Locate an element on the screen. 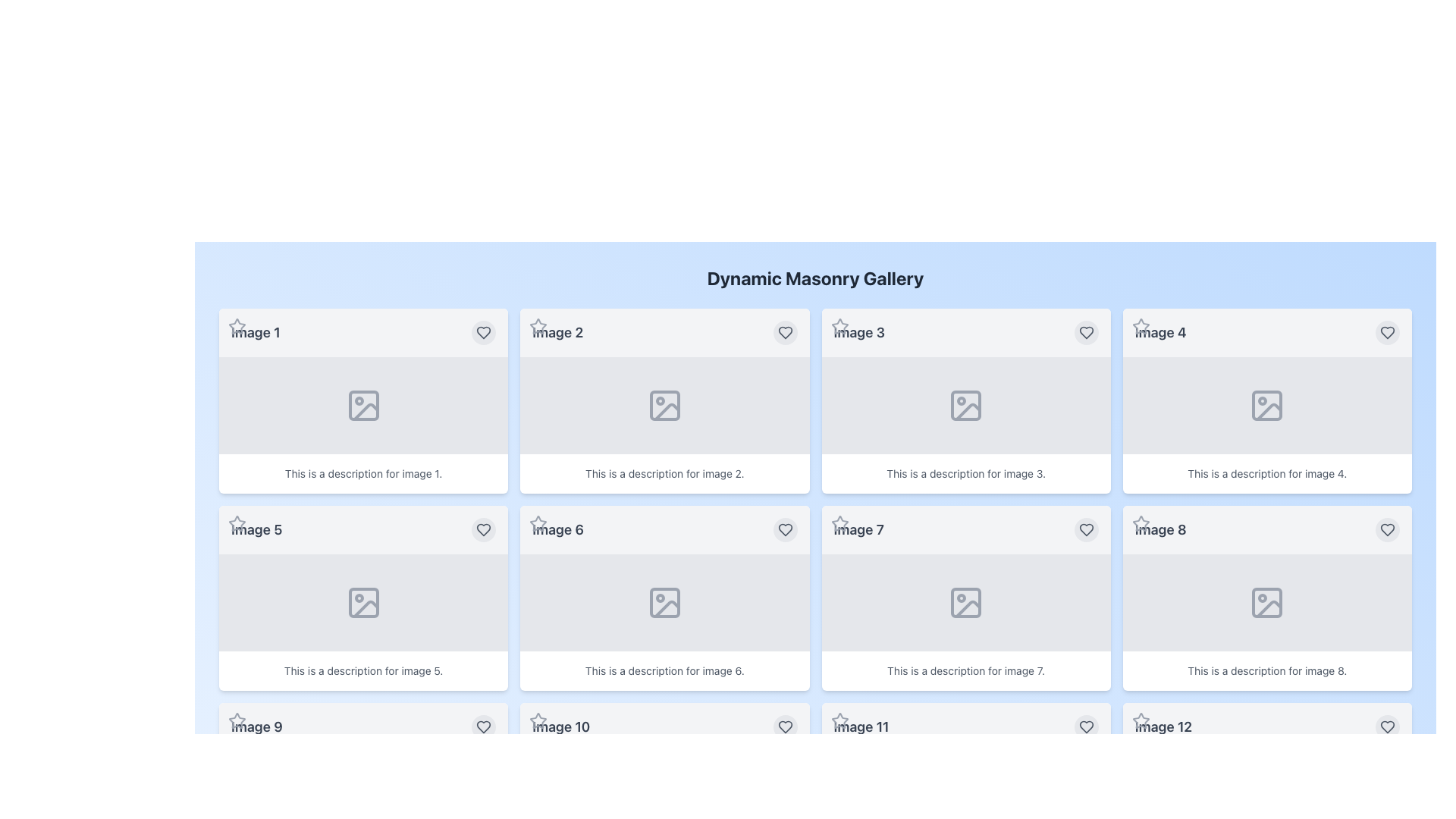  the heart icon button located in the upper-right corner of the 'Image 4' card to mark it as favorite is located at coordinates (1387, 332).